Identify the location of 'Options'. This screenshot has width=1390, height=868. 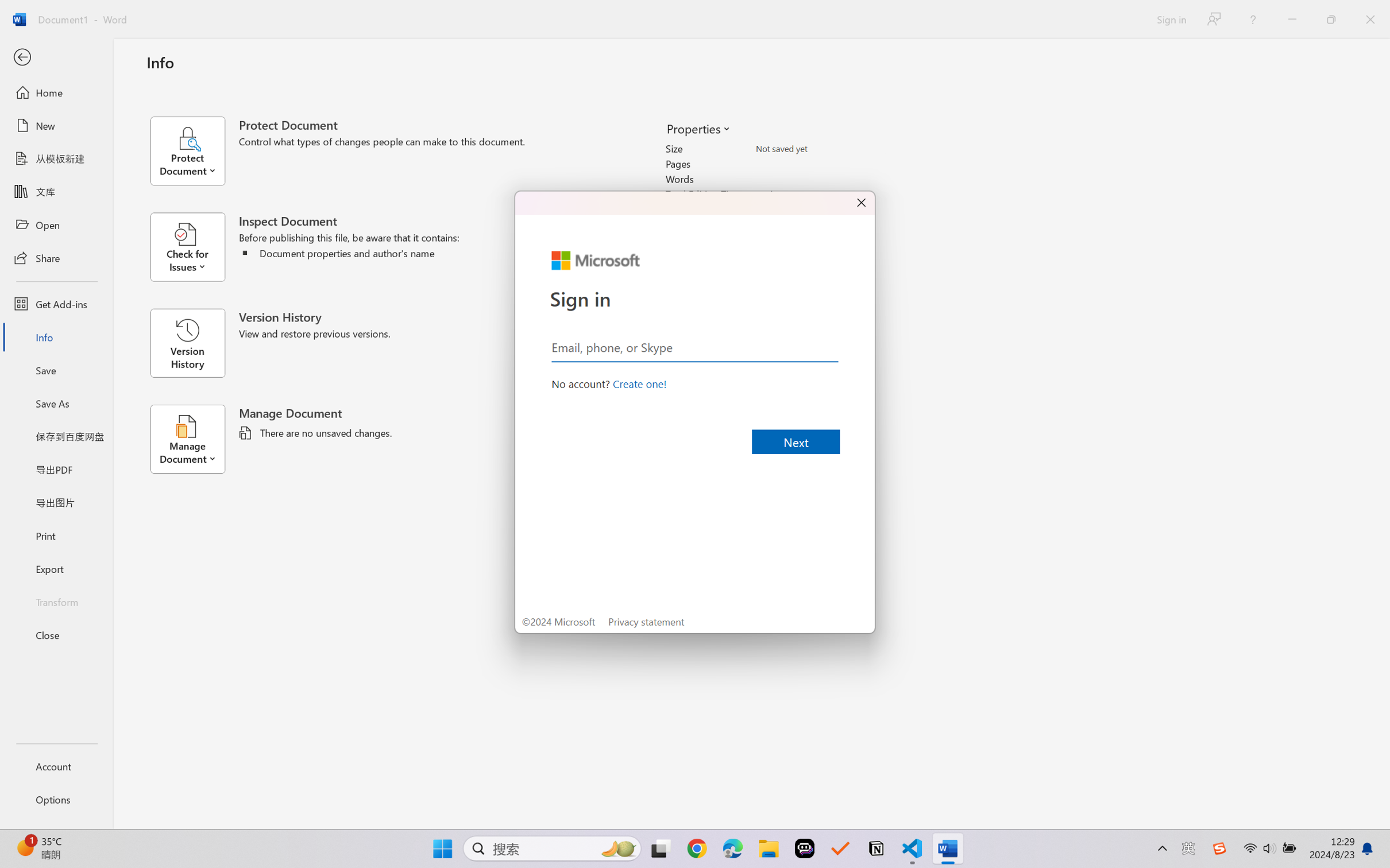
(56, 799).